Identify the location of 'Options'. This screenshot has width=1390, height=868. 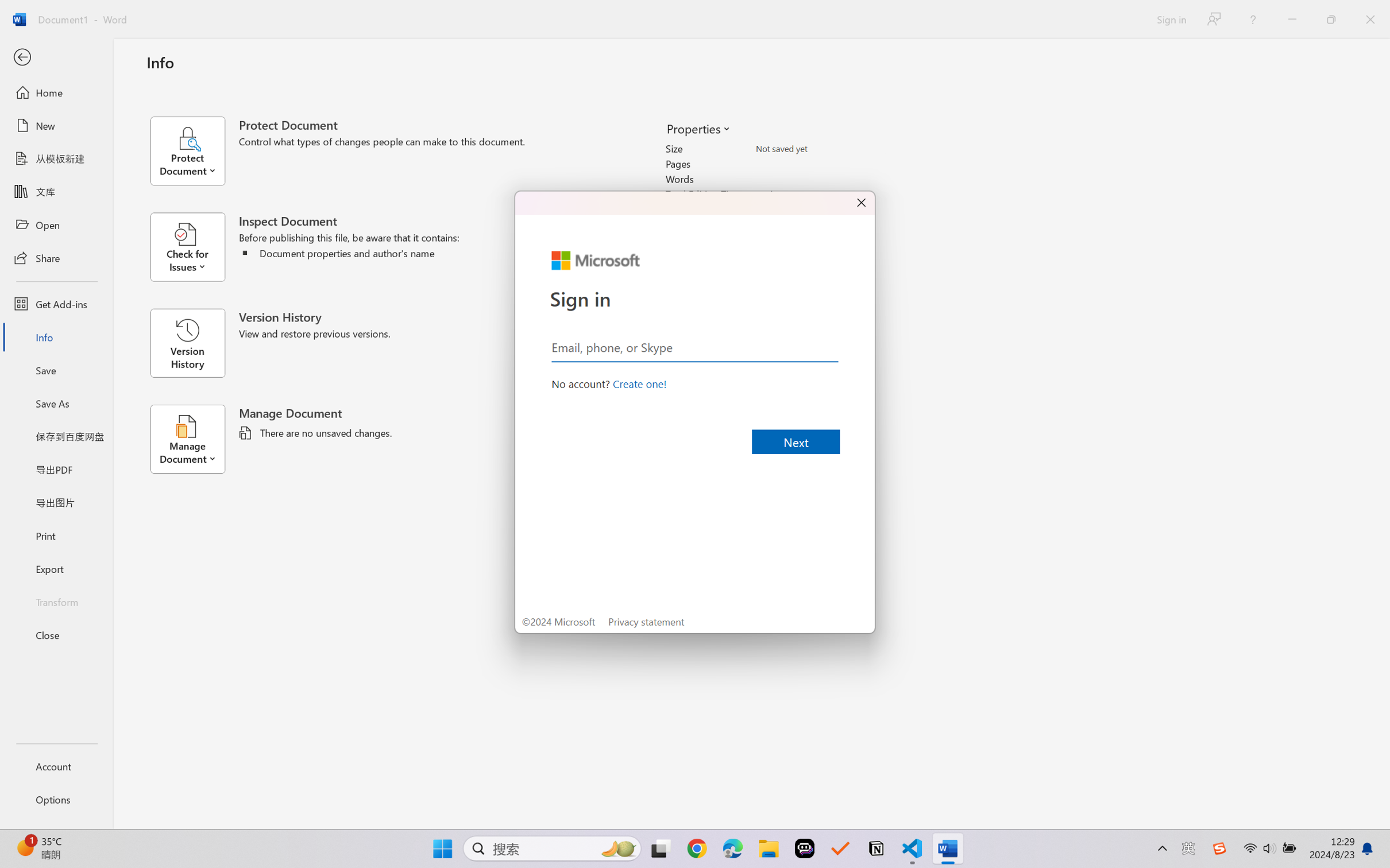
(56, 799).